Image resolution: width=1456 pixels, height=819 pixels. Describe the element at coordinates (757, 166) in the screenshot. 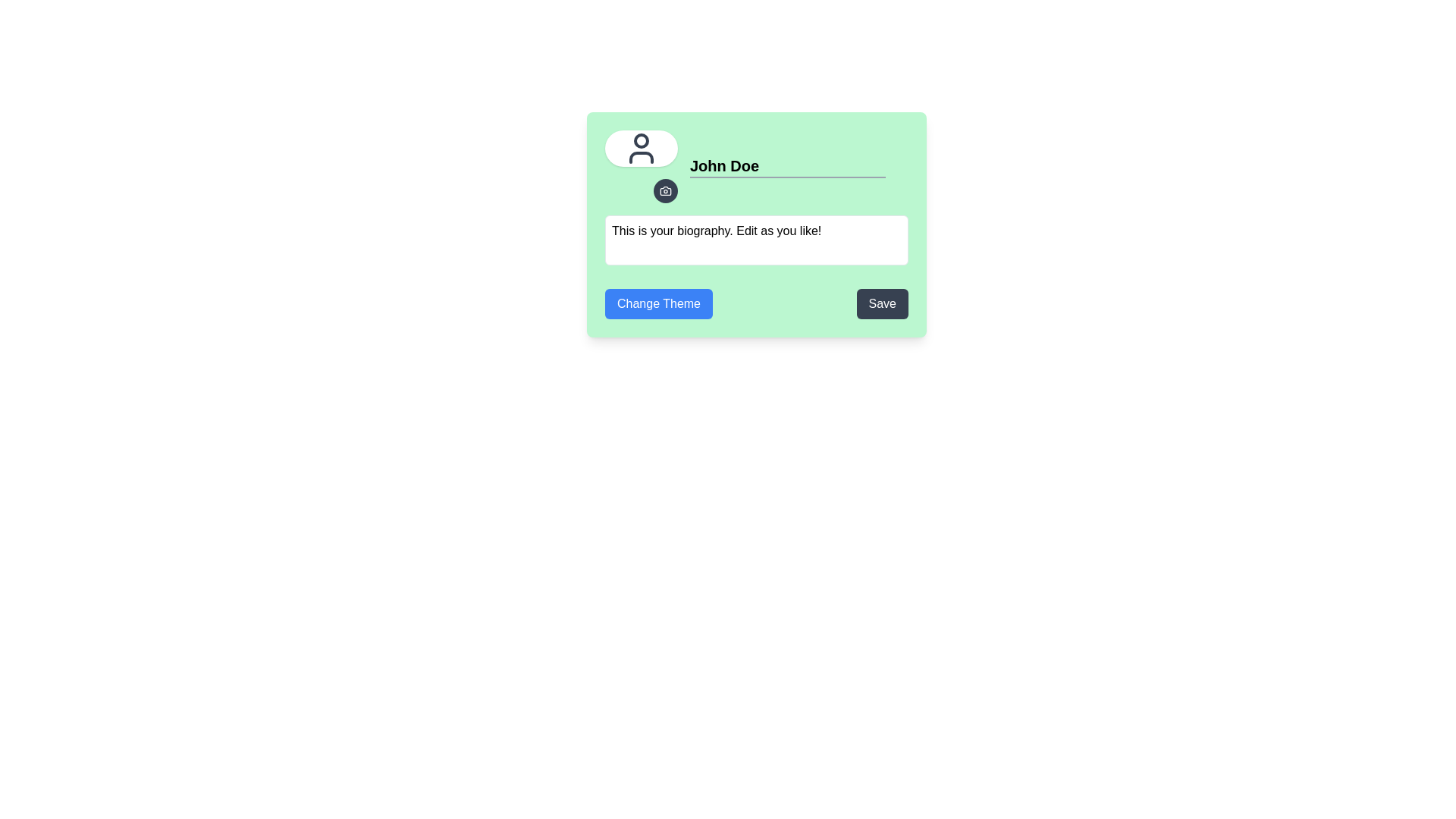

I see `the Profile Header Section` at that location.